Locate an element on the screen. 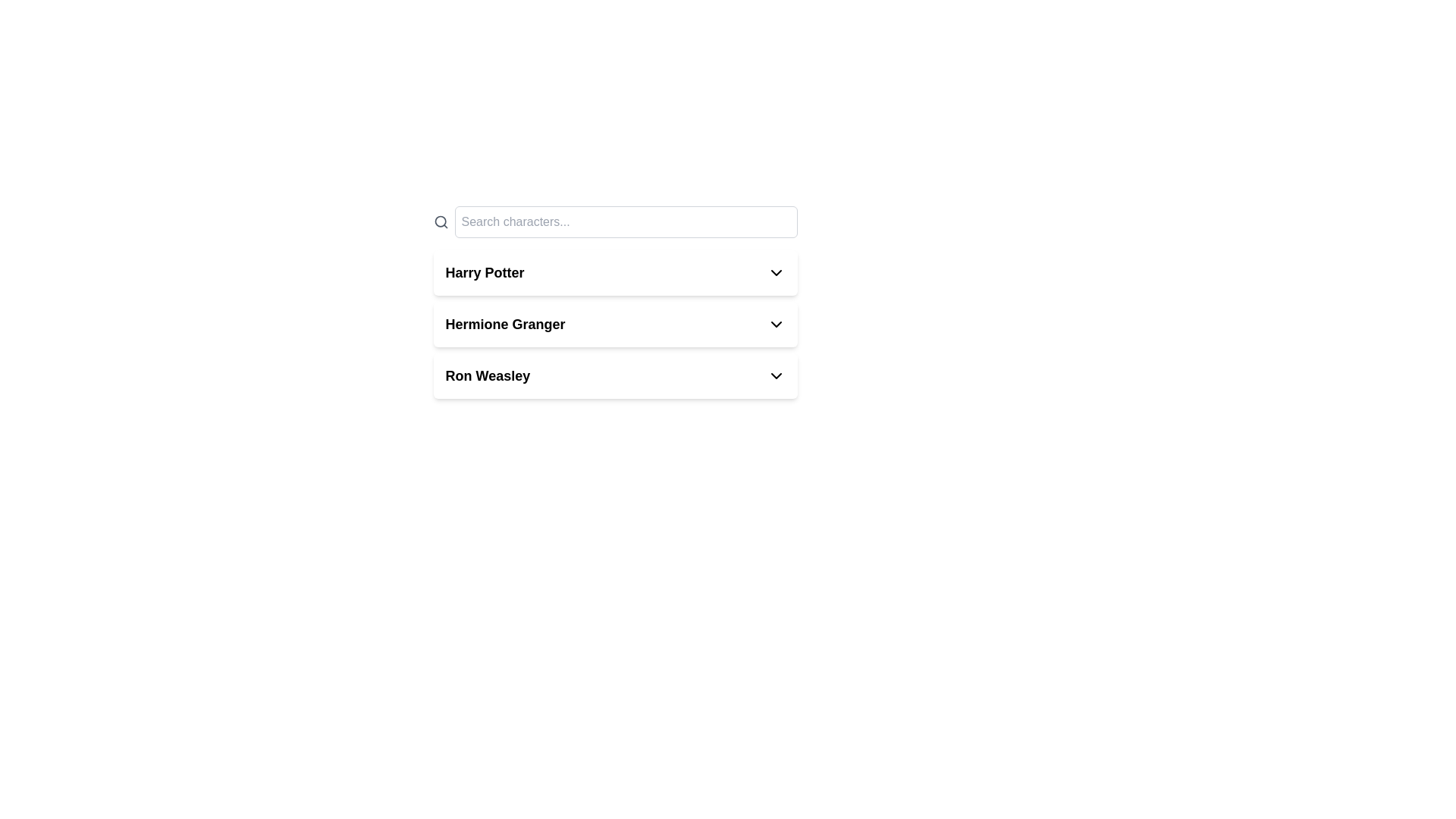 The height and width of the screenshot is (819, 1456). the text label that indicates a distinct item or category, positioned below 'Hermione Granger' and above other elements in the list is located at coordinates (488, 375).